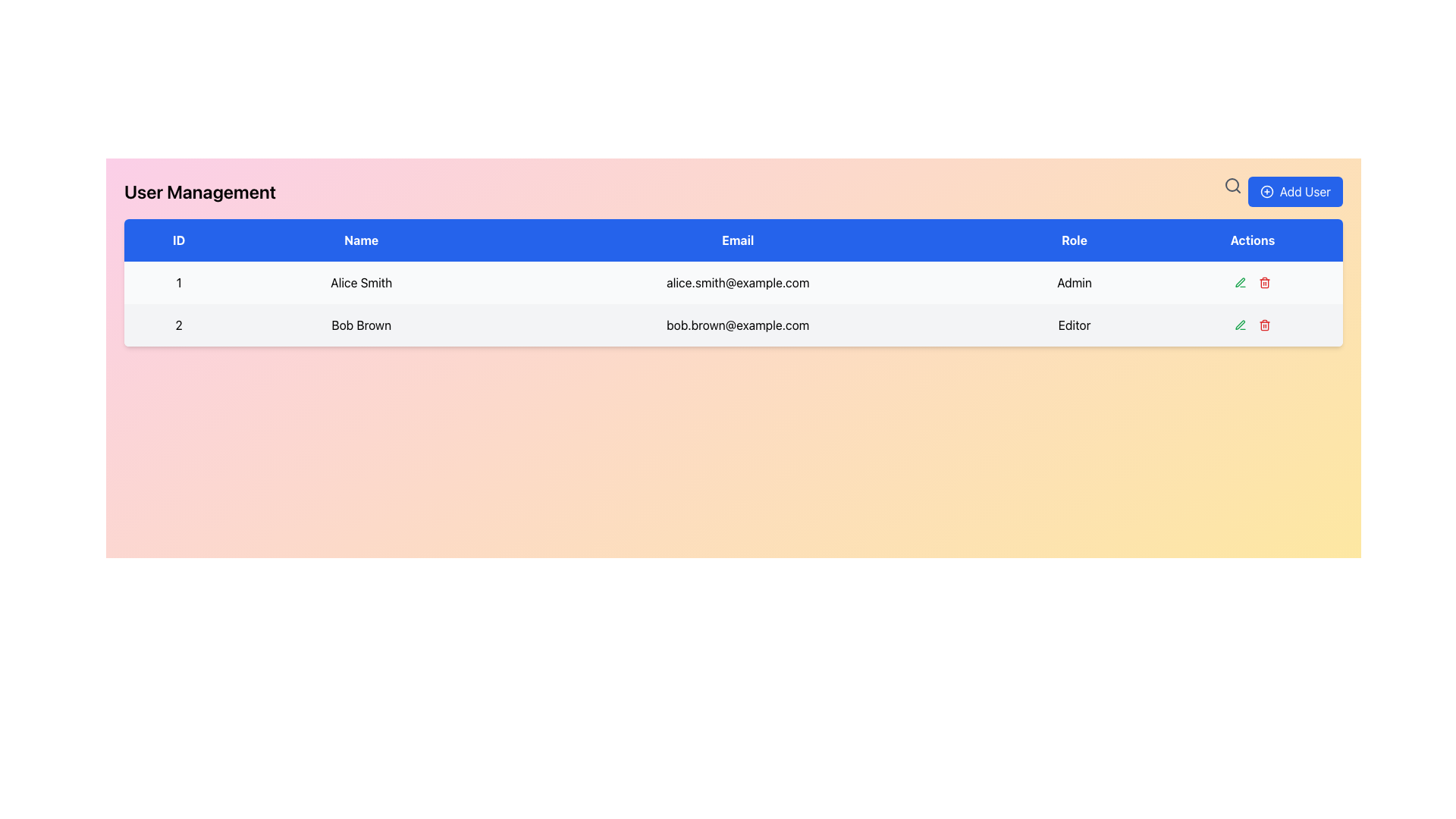 The image size is (1456, 819). Describe the element at coordinates (360, 283) in the screenshot. I see `the static text element displaying 'Alice Smith' in the user management table, located in the second column of the first row` at that location.